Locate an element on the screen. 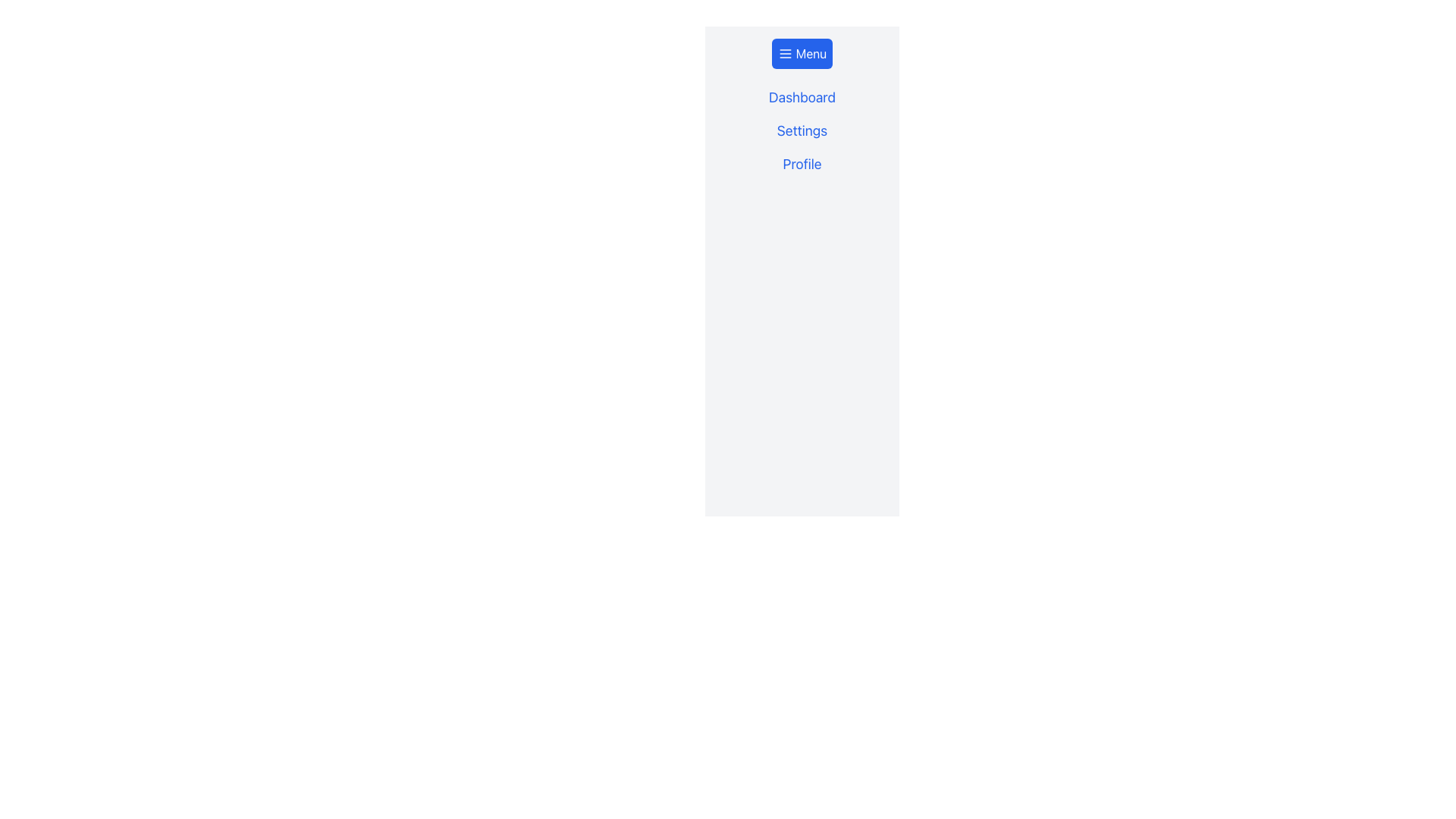  the 'Settings' text label, which is styled in blue and underlined on hover, located in the middle of a vertical list of three text labels is located at coordinates (801, 130).